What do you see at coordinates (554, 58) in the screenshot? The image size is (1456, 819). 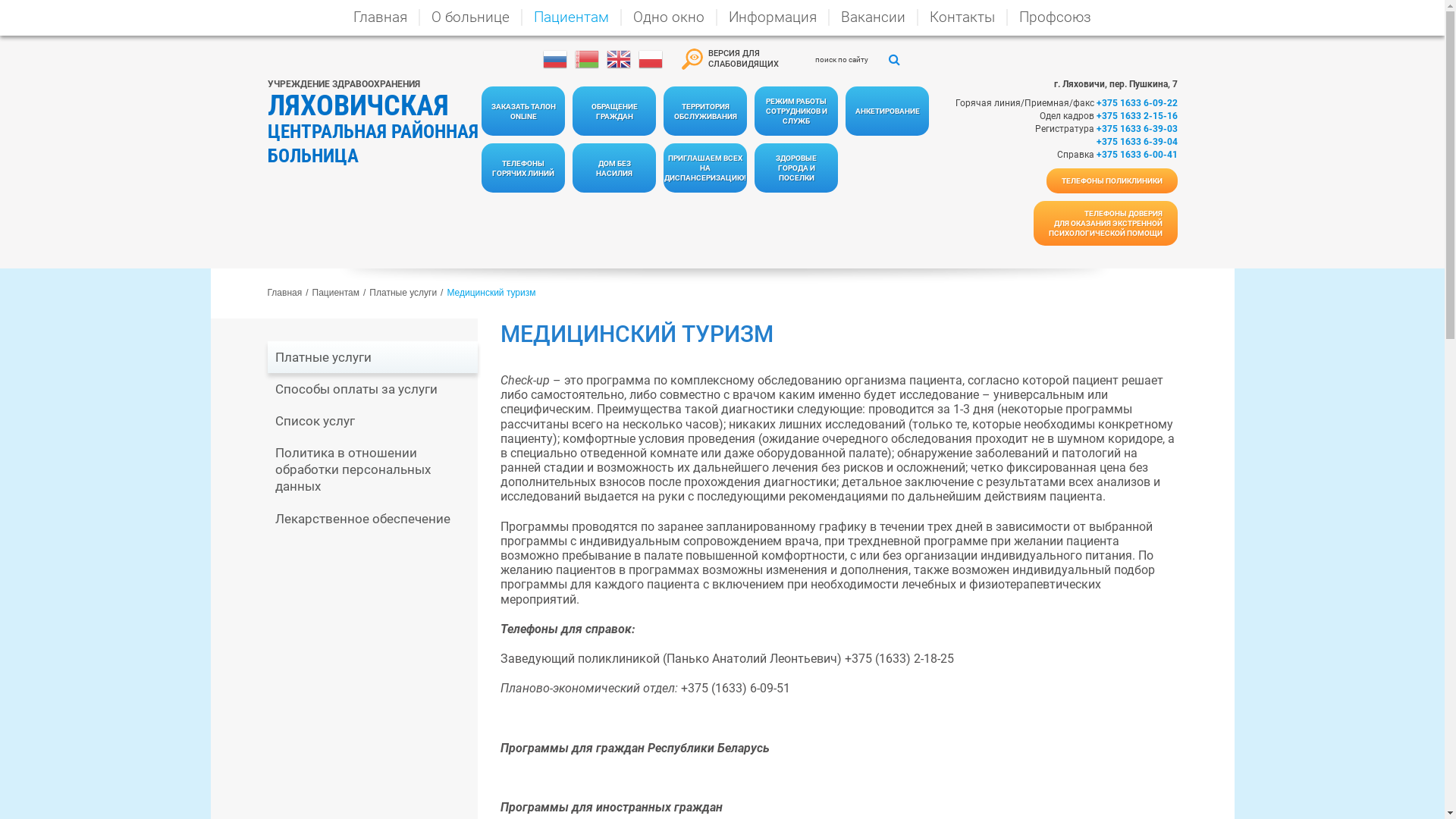 I see `'Russian'` at bounding box center [554, 58].